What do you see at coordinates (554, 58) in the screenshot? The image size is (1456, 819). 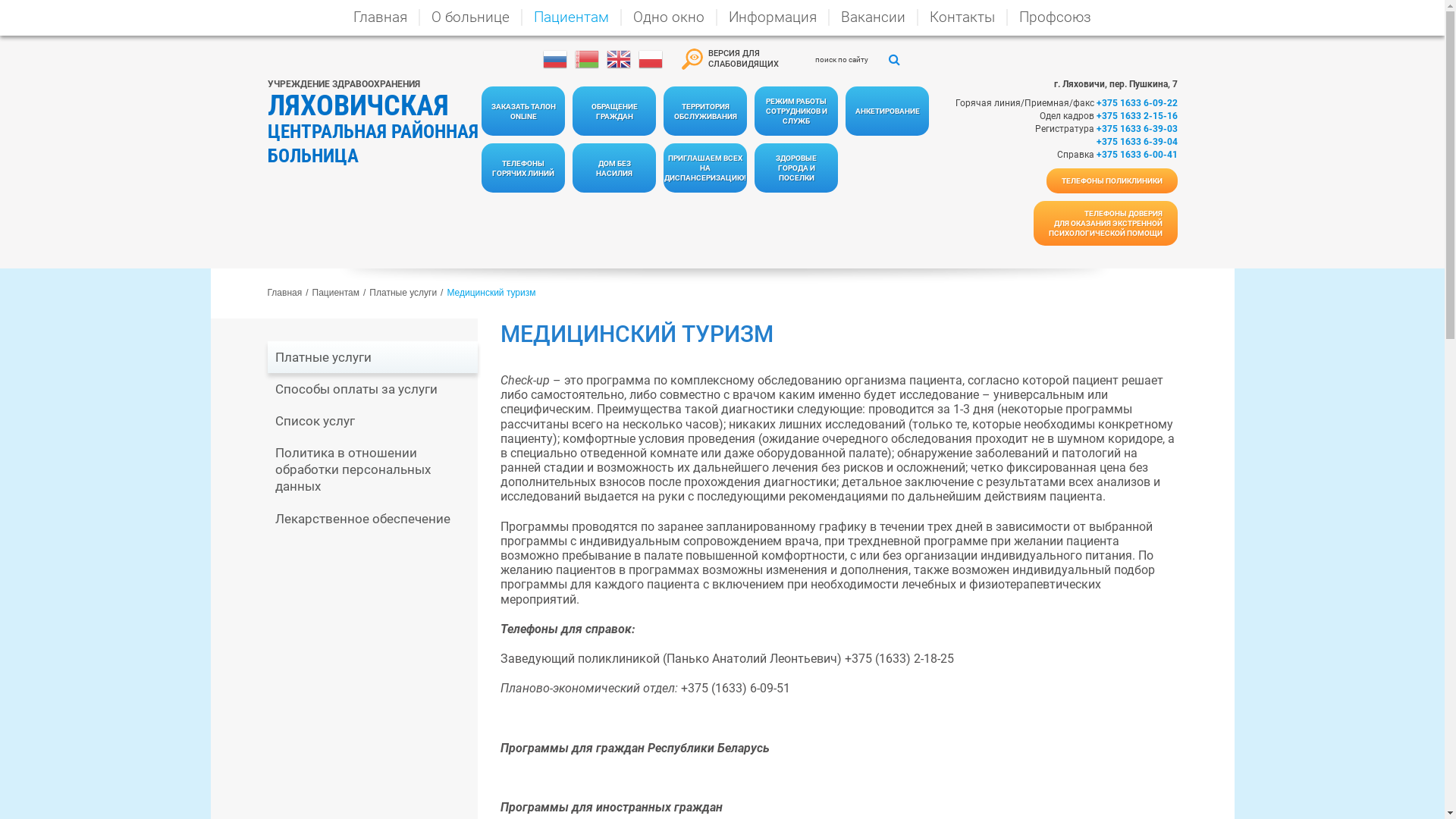 I see `'Russian'` at bounding box center [554, 58].